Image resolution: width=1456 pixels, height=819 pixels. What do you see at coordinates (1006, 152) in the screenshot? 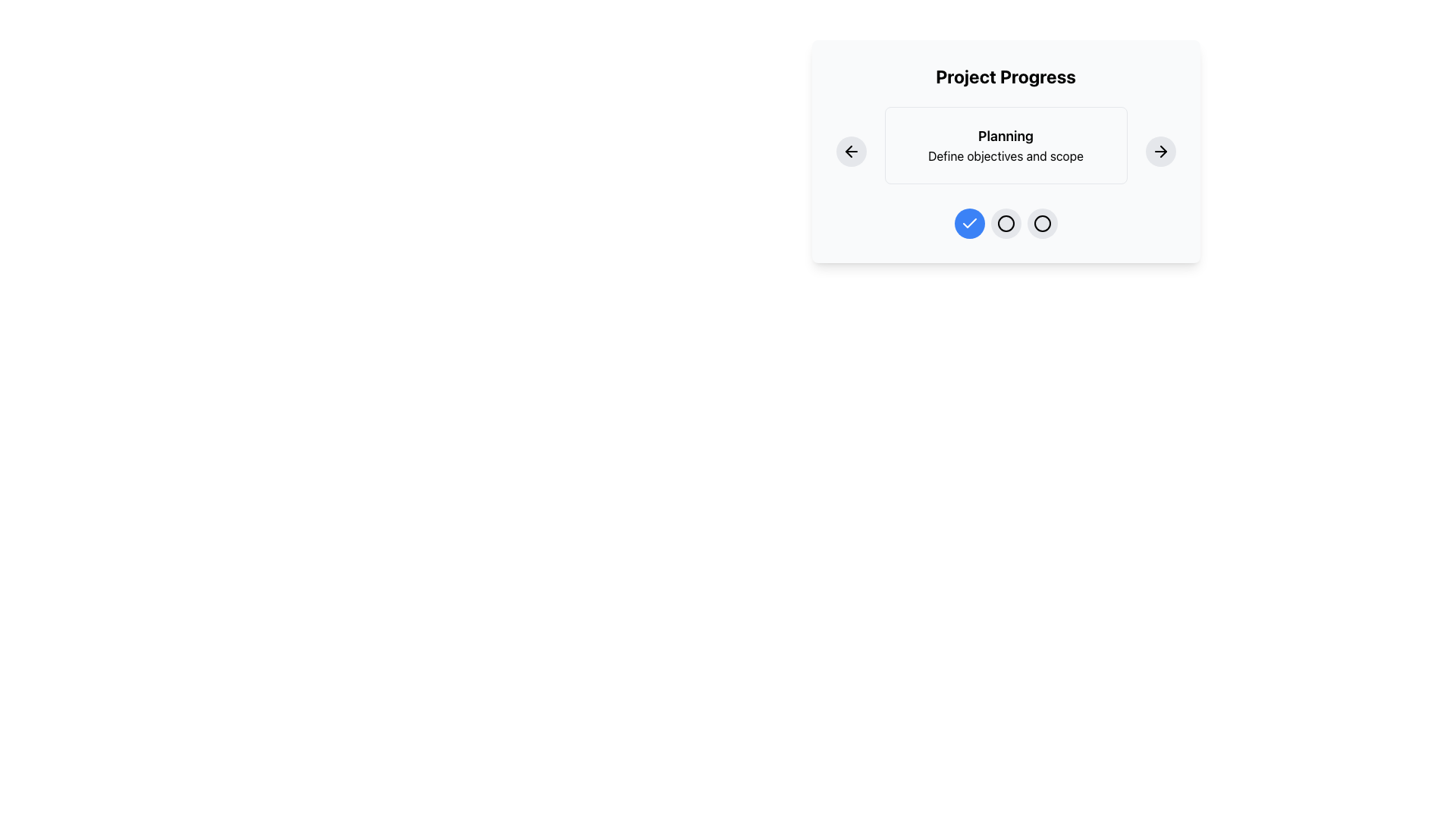
I see `the informational display panel that shows the title and description of a specific step in the progress tracker, positioned between the left and right arrow buttons and below the 'Project Progress' title` at bounding box center [1006, 152].